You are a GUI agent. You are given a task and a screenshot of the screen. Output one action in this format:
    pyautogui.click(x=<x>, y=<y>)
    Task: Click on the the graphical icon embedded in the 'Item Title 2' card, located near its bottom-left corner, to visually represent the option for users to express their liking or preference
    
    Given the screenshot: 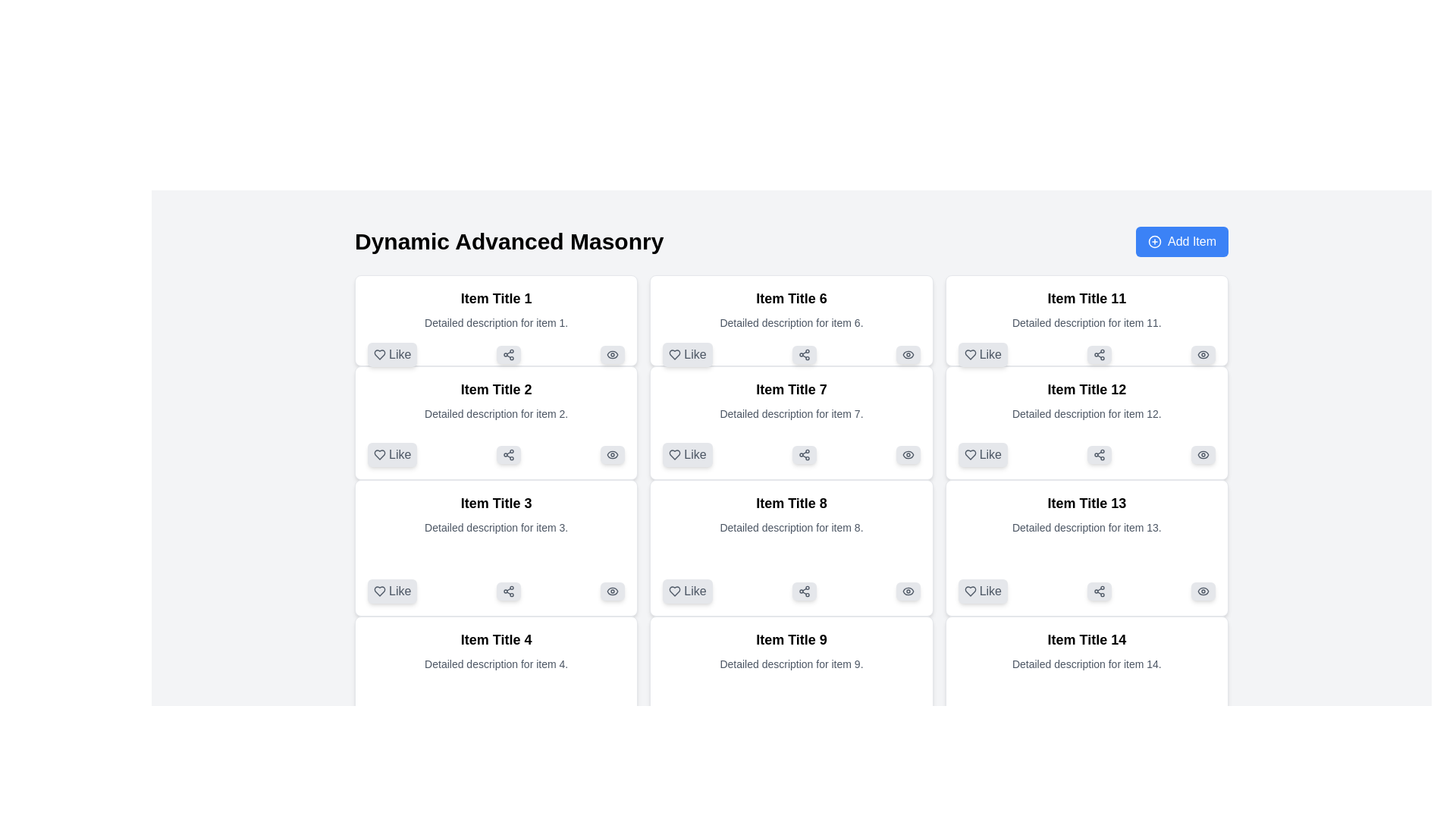 What is the action you would take?
    pyautogui.click(x=379, y=454)
    